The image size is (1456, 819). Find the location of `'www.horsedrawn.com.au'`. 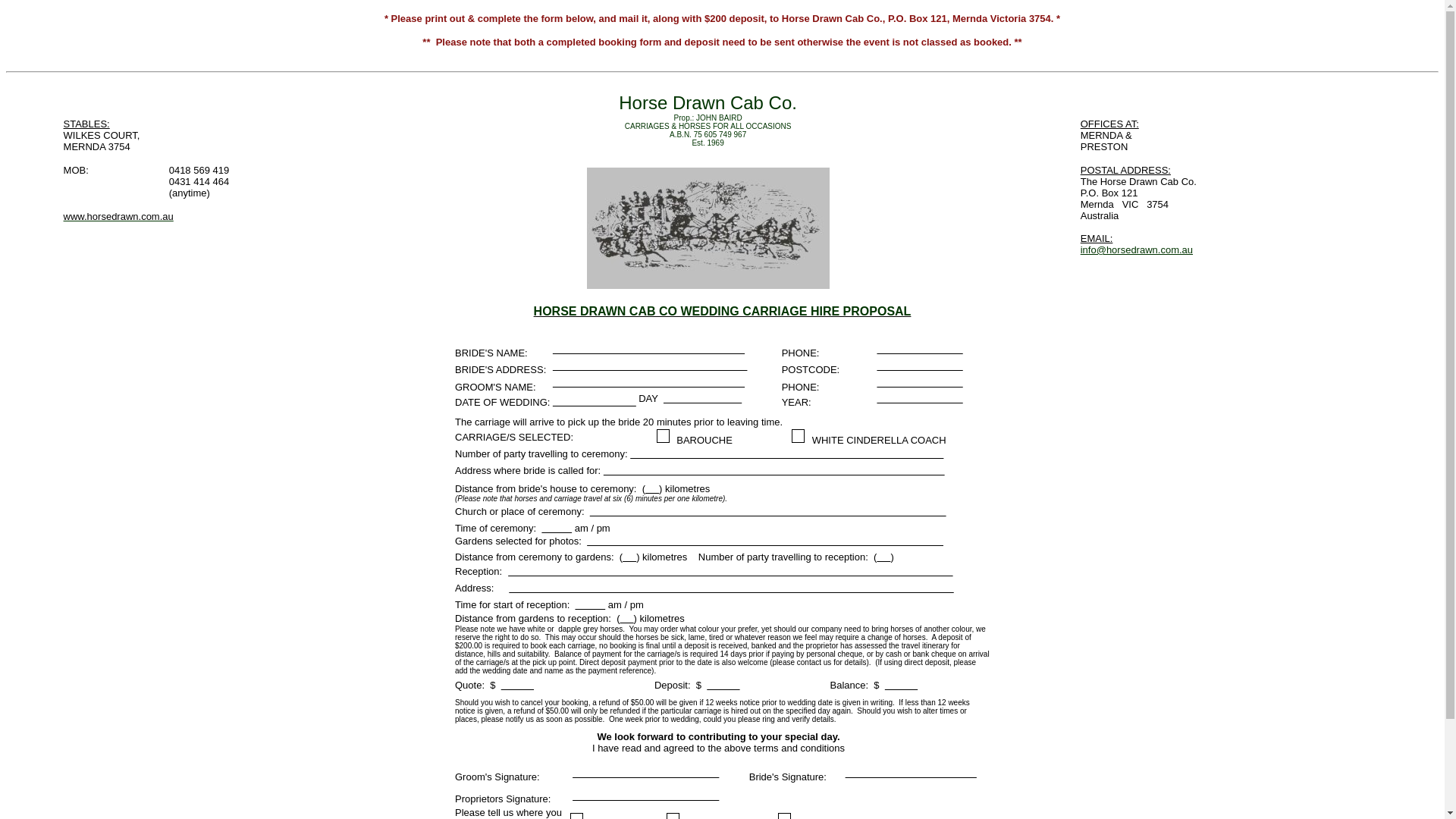

'www.horsedrawn.com.au' is located at coordinates (62, 220).